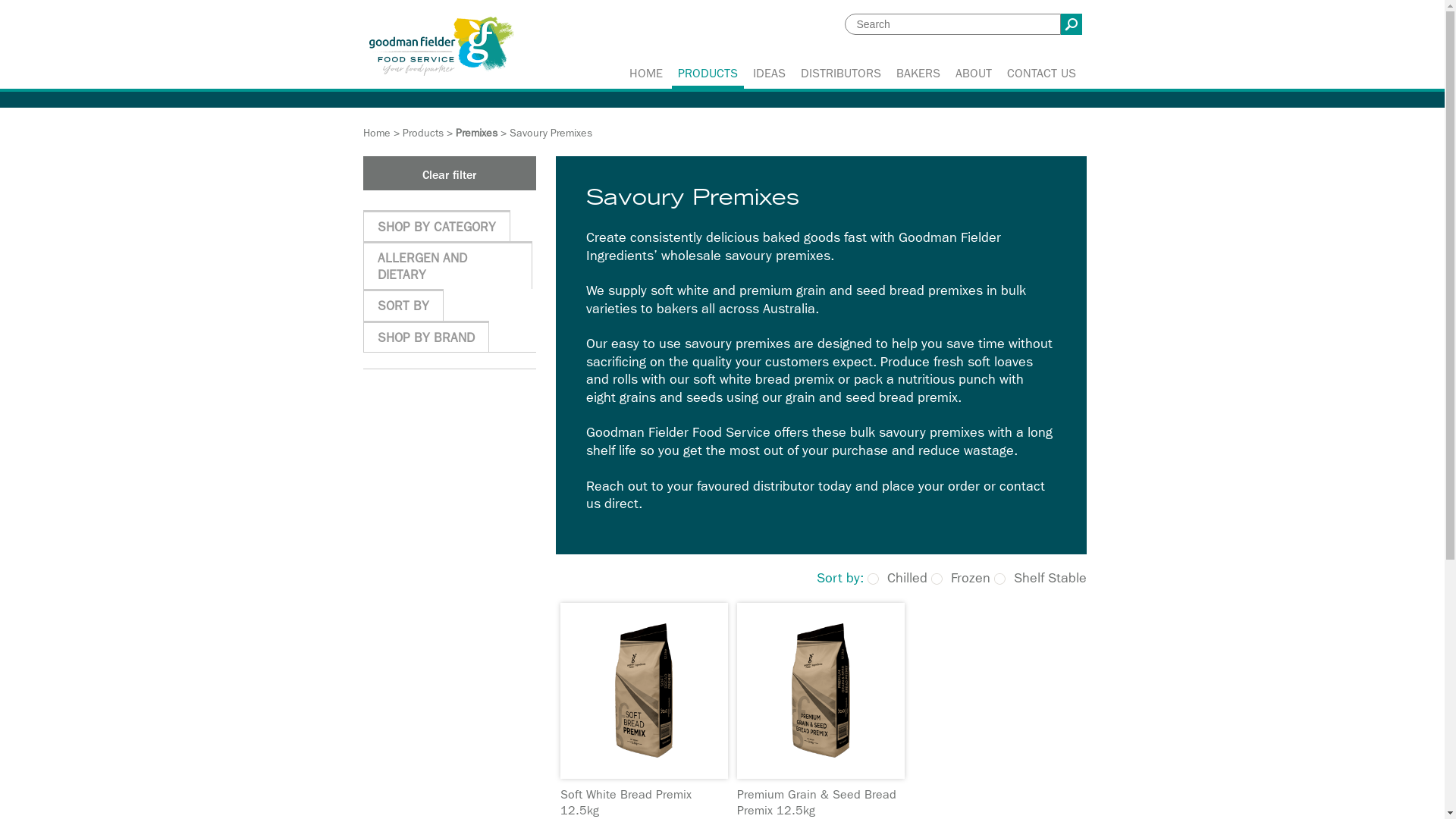 The height and width of the screenshot is (819, 1456). What do you see at coordinates (475, 132) in the screenshot?
I see `'Premixes'` at bounding box center [475, 132].